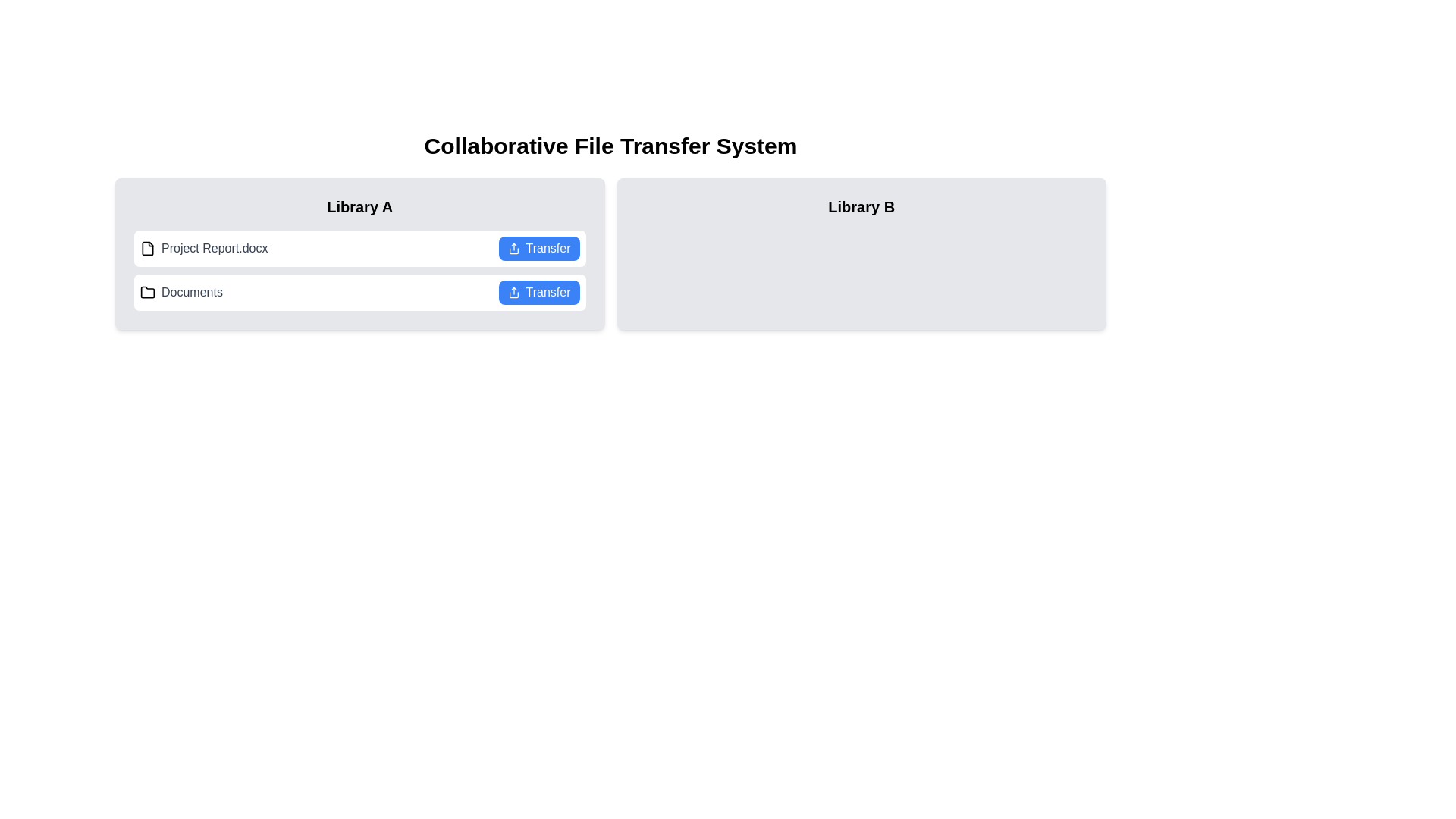 The image size is (1456, 819). I want to click on the composite element labeled 'Project Report.docx' with the file icon and the 'Transfer' button, so click(359, 270).